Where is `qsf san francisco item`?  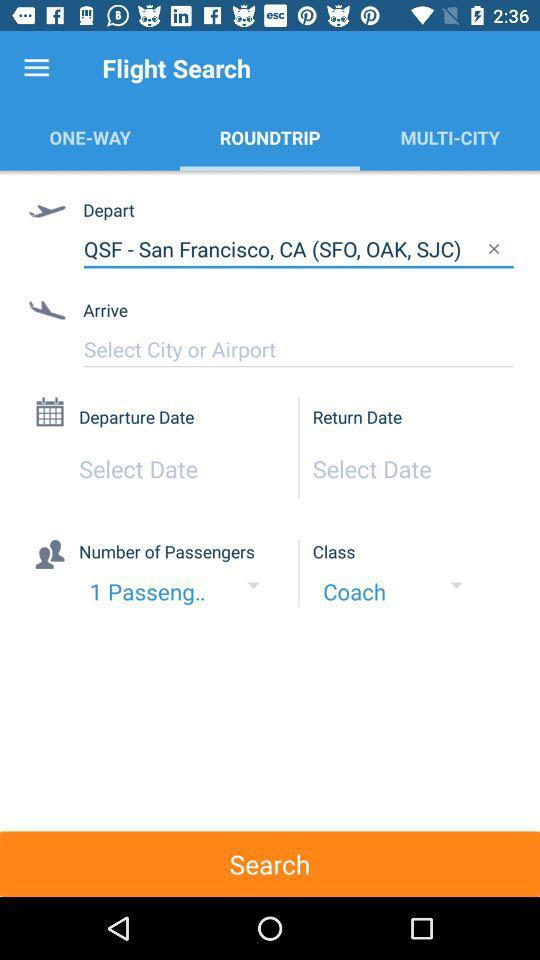 qsf san francisco item is located at coordinates (297, 248).